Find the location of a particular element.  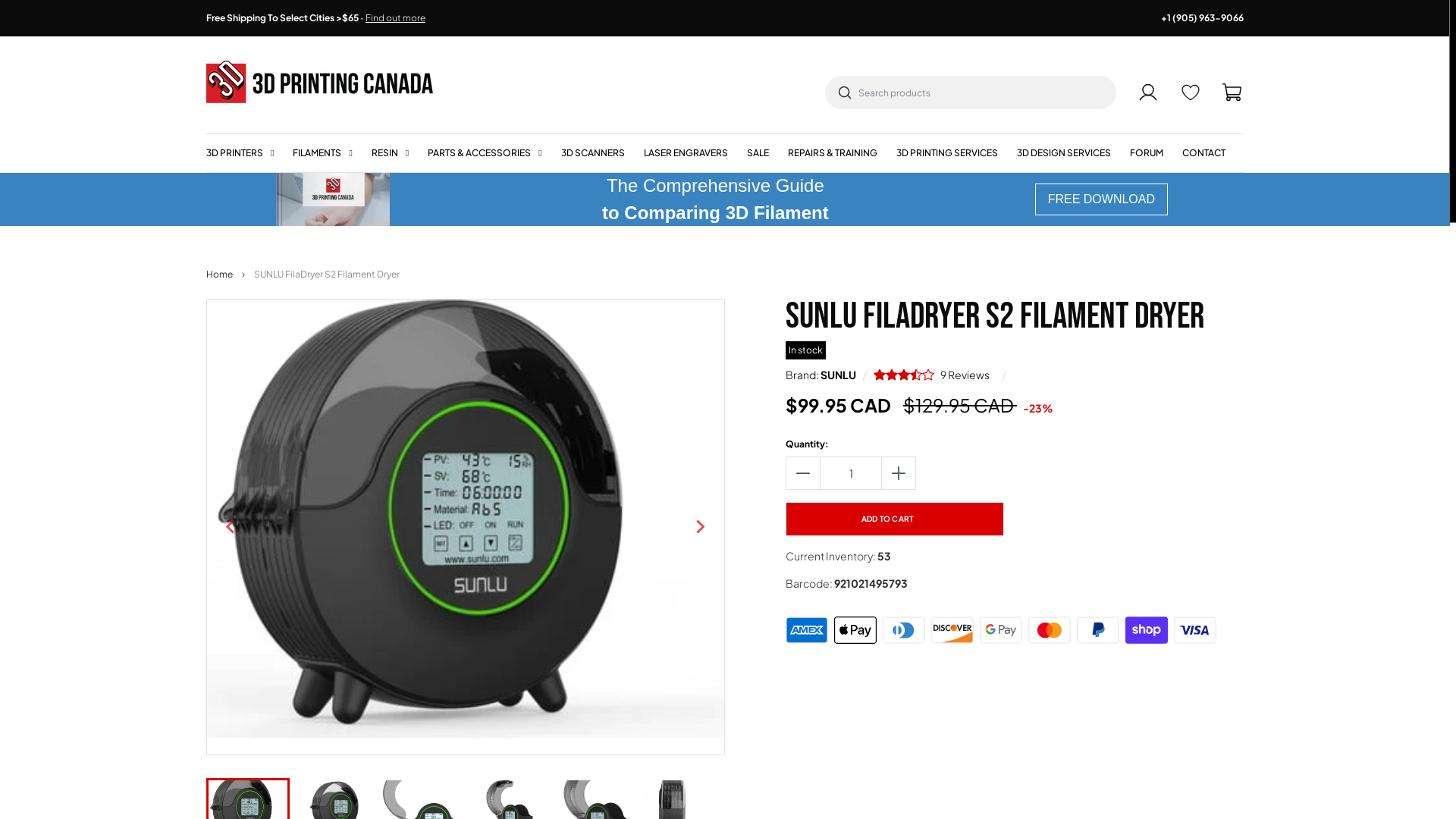

'+1 (905) 963-9066' is located at coordinates (1201, 17).